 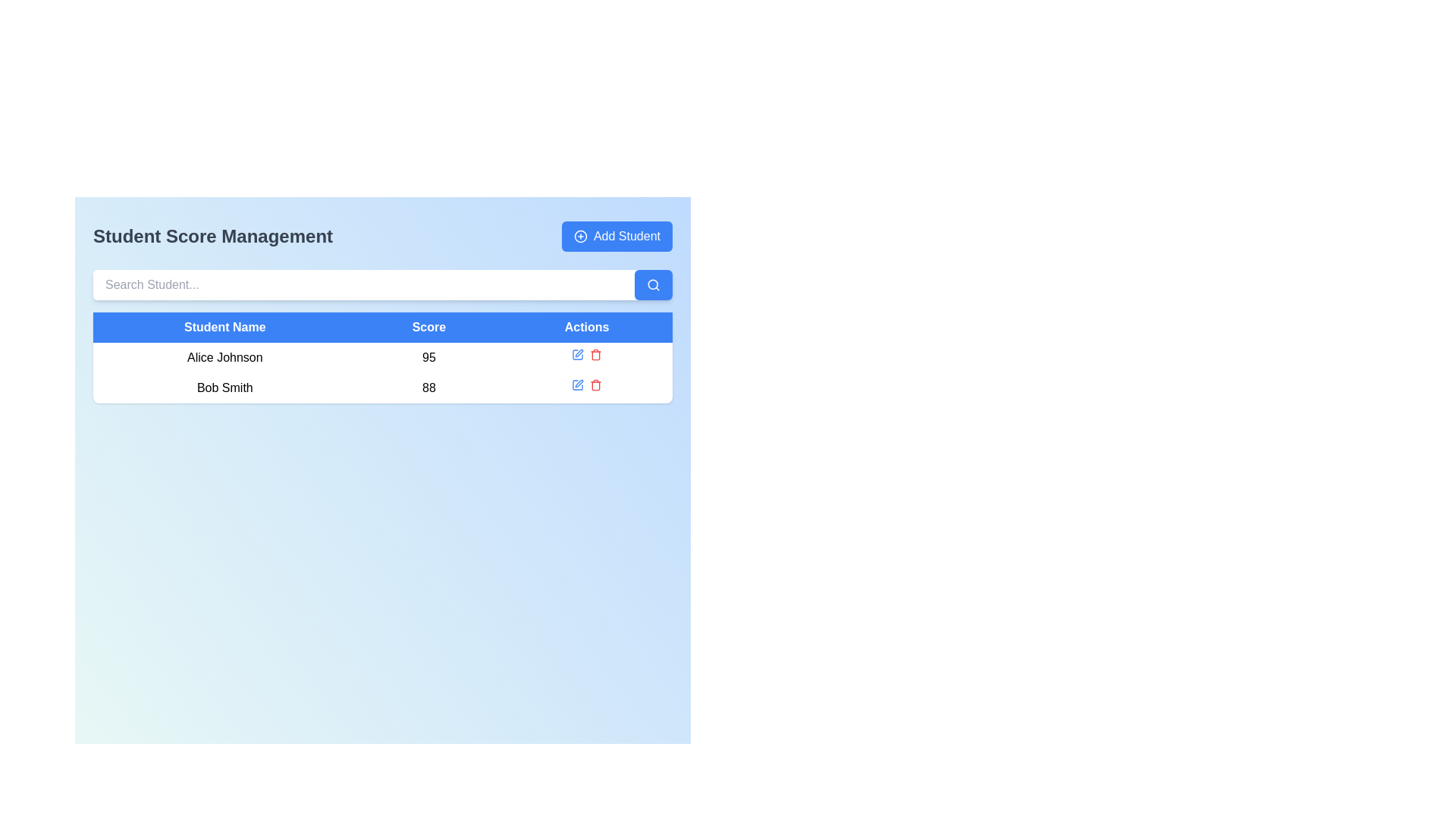 I want to click on the text label displaying the numerical value '88' in bold within the 'Score' column of the table, which is associated with the name 'Bob Smith.', so click(x=428, y=388).